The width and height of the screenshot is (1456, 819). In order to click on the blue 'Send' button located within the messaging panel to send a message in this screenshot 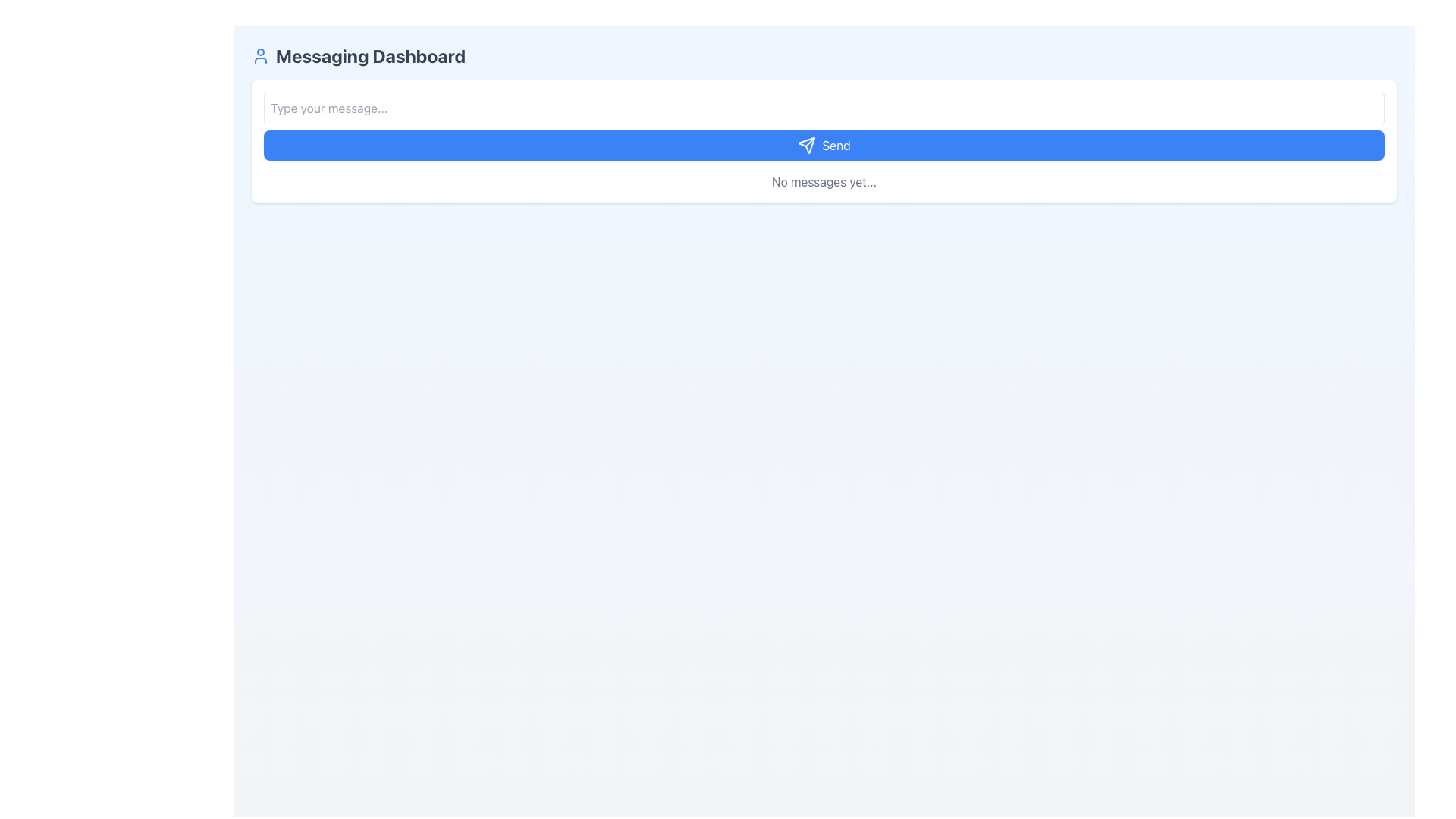, I will do `click(823, 125)`.